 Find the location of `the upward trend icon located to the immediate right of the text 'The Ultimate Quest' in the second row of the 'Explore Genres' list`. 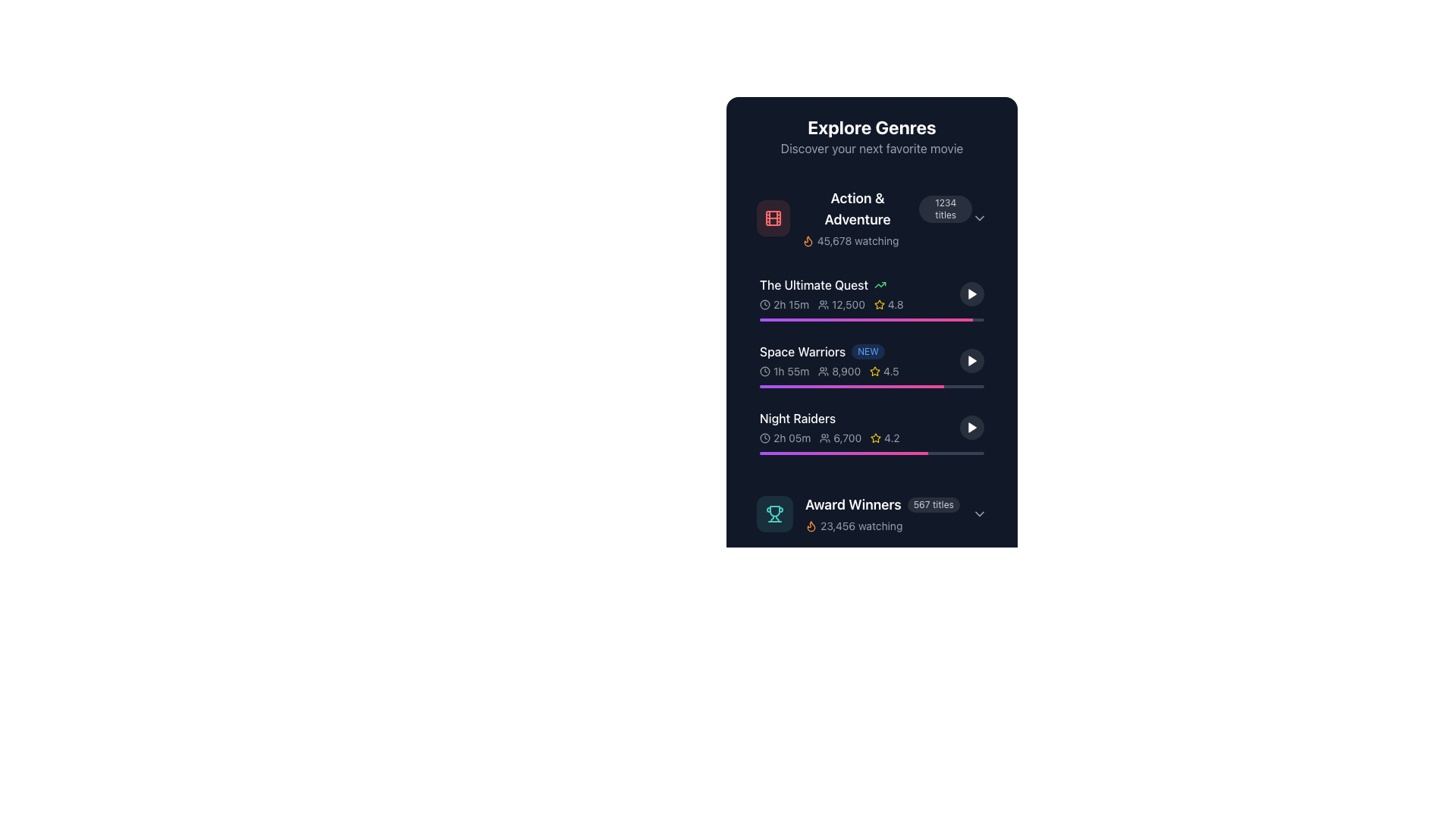

the upward trend icon located to the immediate right of the text 'The Ultimate Quest' in the second row of the 'Explore Genres' list is located at coordinates (880, 284).